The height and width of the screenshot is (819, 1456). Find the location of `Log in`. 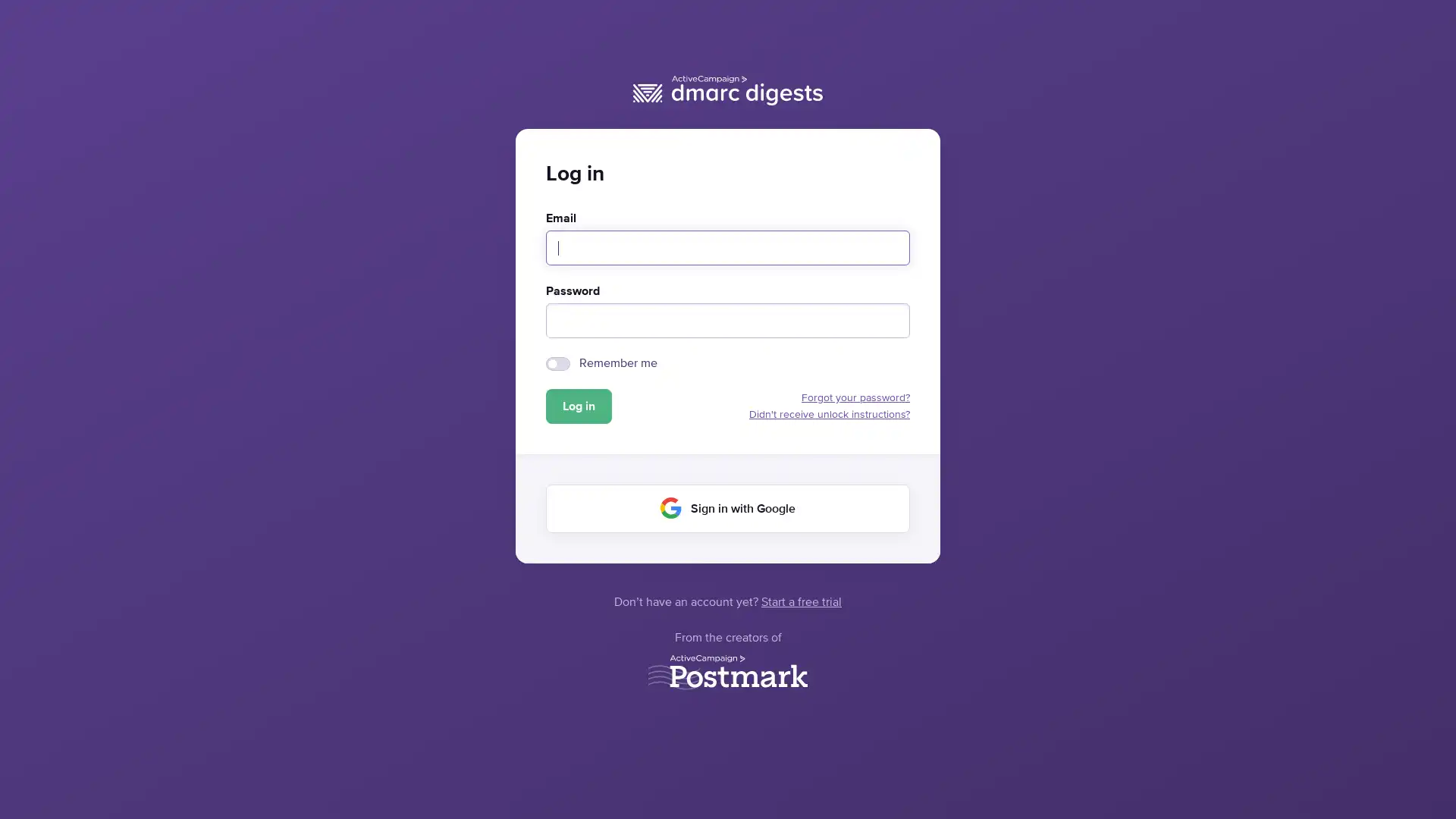

Log in is located at coordinates (578, 406).